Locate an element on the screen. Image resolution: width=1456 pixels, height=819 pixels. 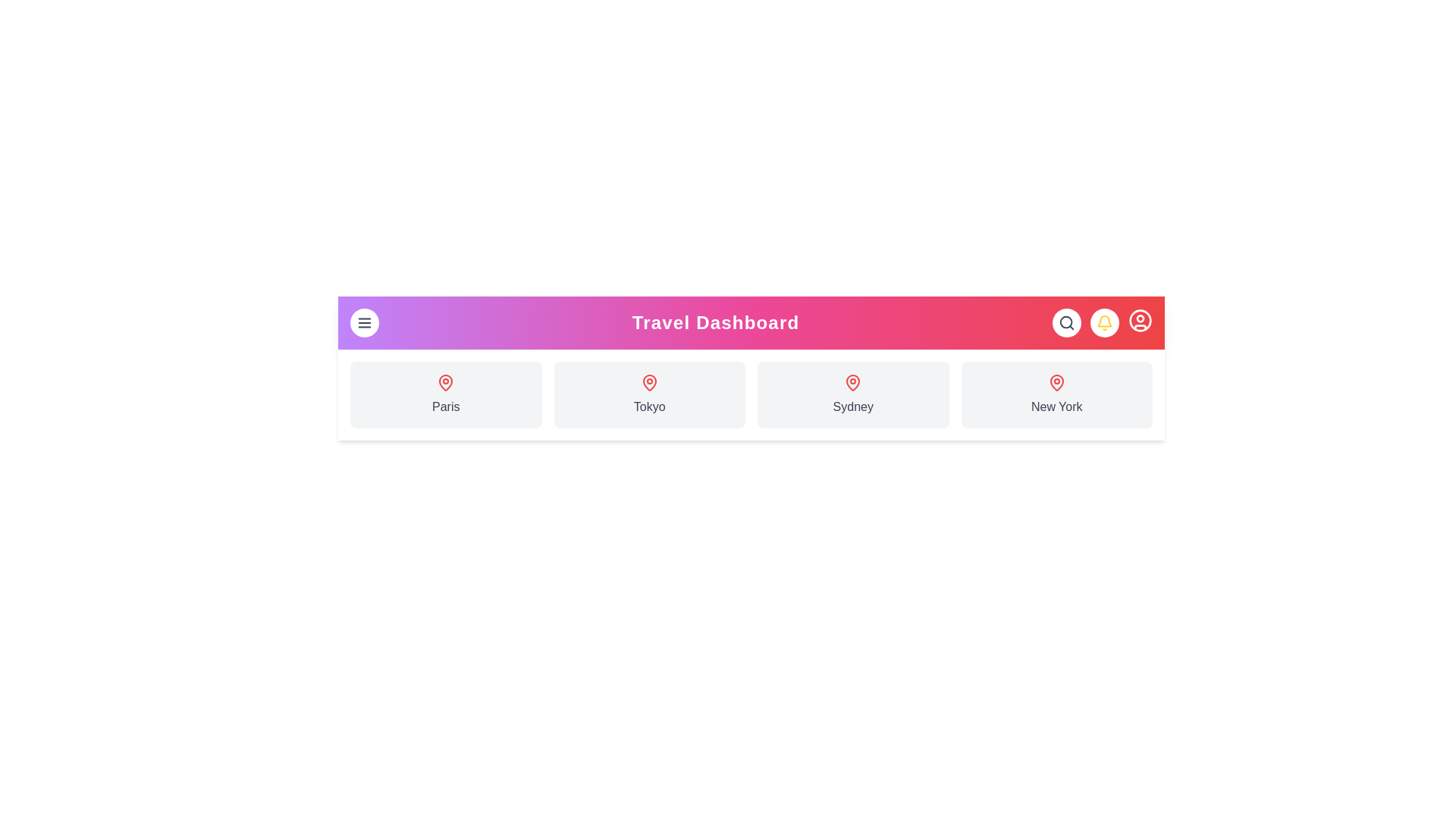
search button to trigger the search functionality is located at coordinates (1065, 322).